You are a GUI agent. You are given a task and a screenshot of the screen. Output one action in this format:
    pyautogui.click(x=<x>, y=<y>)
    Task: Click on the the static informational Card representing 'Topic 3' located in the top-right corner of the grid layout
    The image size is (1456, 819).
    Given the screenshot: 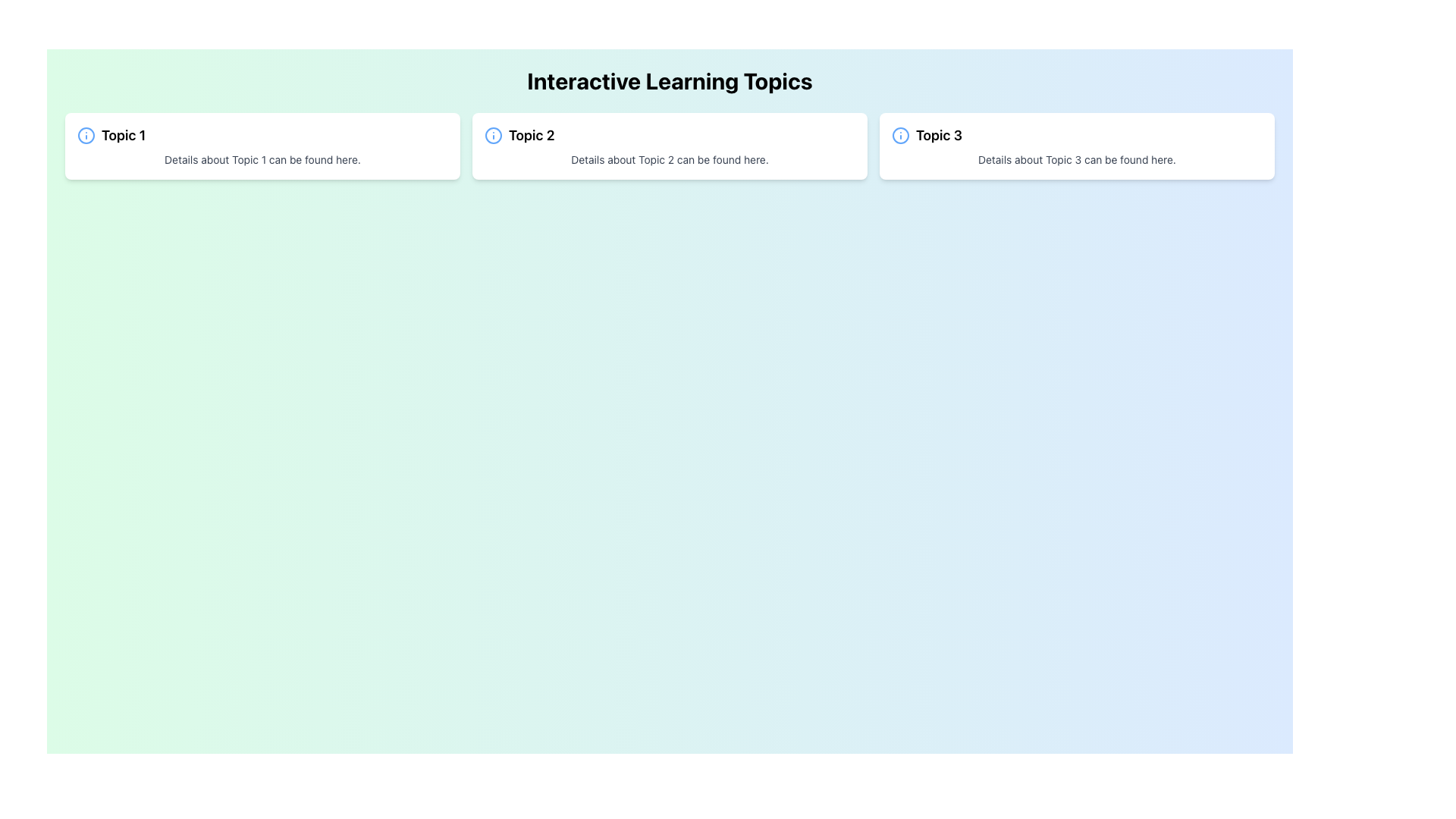 What is the action you would take?
    pyautogui.click(x=1076, y=146)
    